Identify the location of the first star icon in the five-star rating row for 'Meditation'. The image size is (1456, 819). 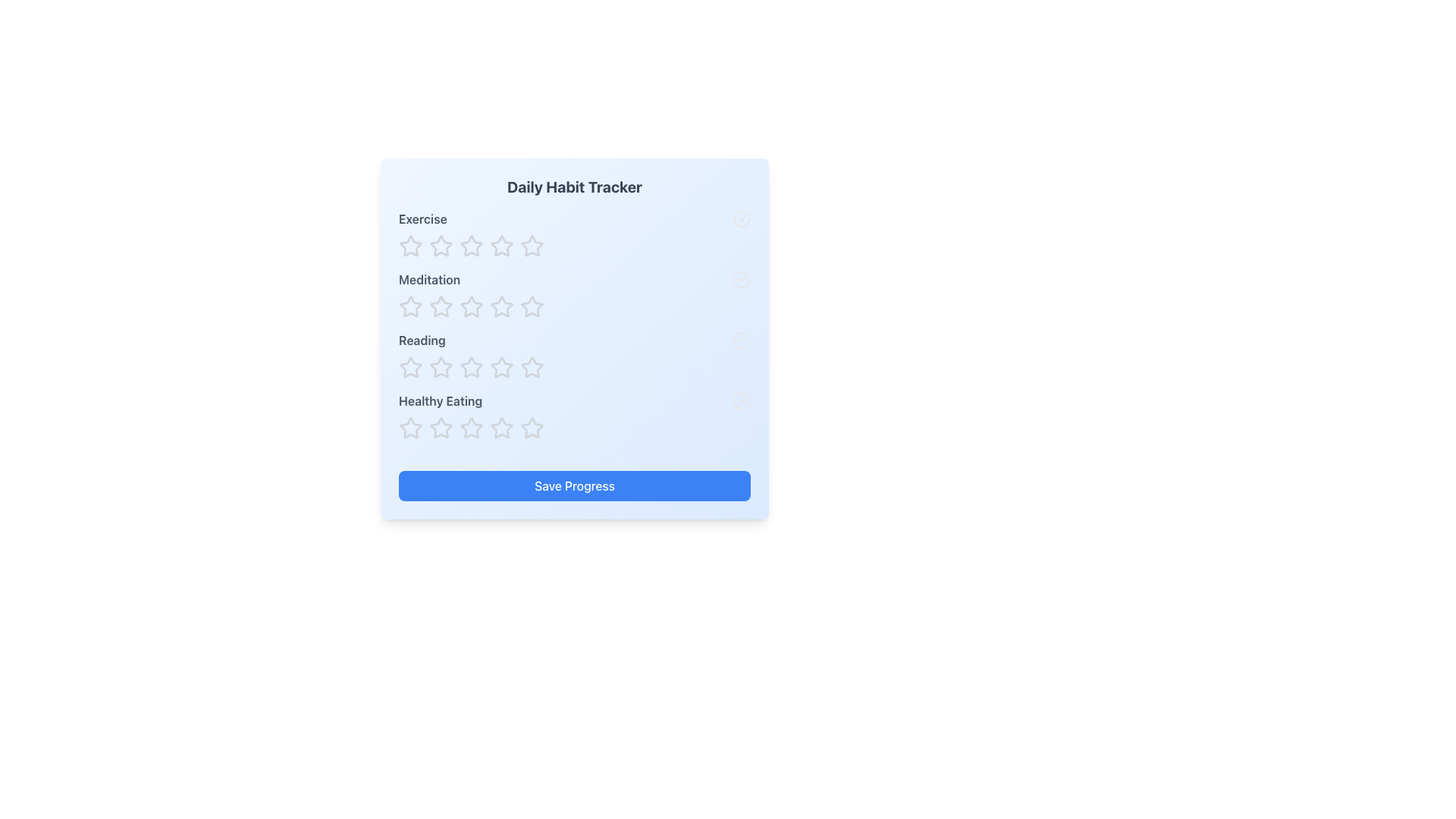
(471, 306).